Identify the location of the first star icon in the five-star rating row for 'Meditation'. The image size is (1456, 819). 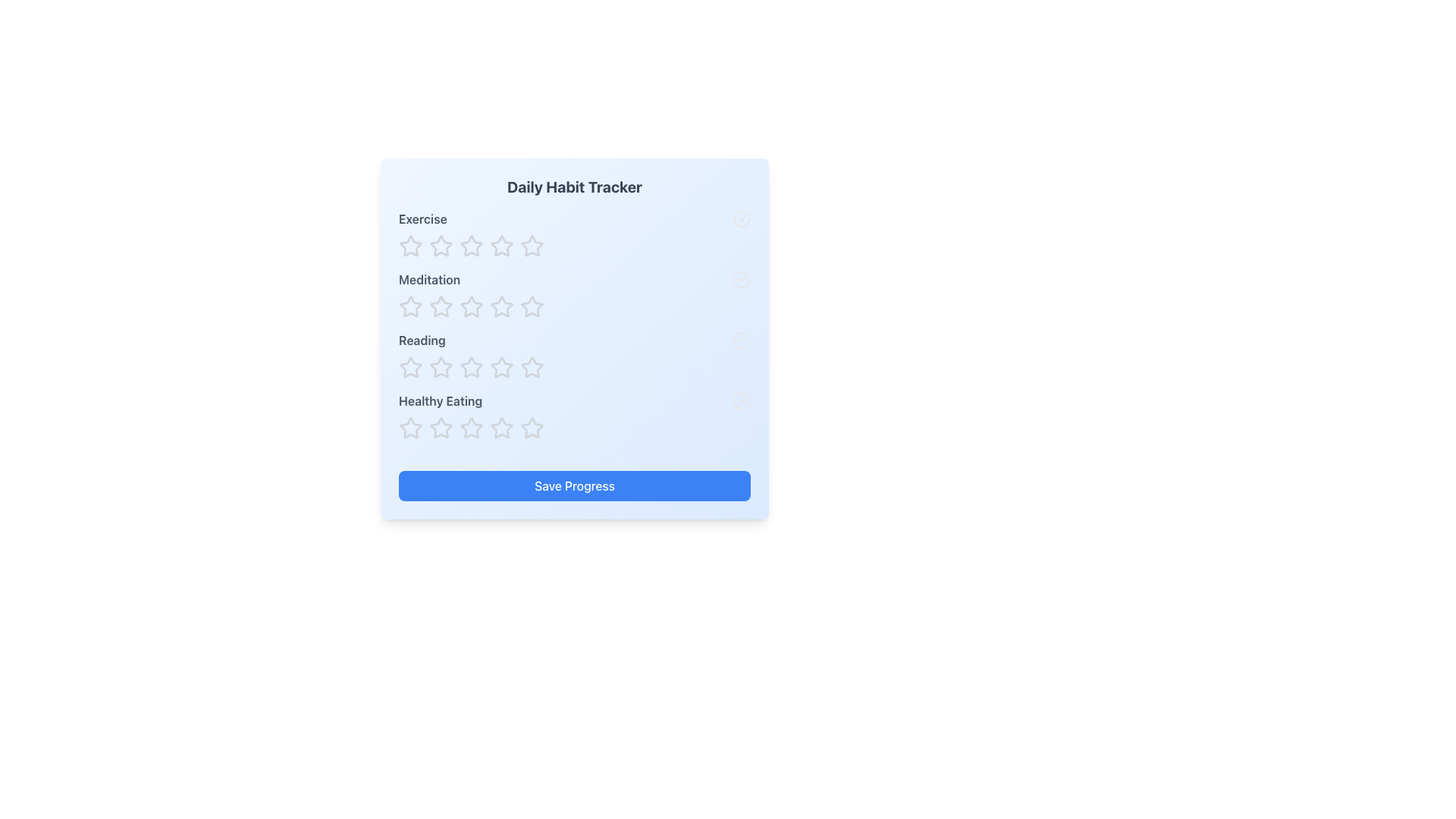
(471, 306).